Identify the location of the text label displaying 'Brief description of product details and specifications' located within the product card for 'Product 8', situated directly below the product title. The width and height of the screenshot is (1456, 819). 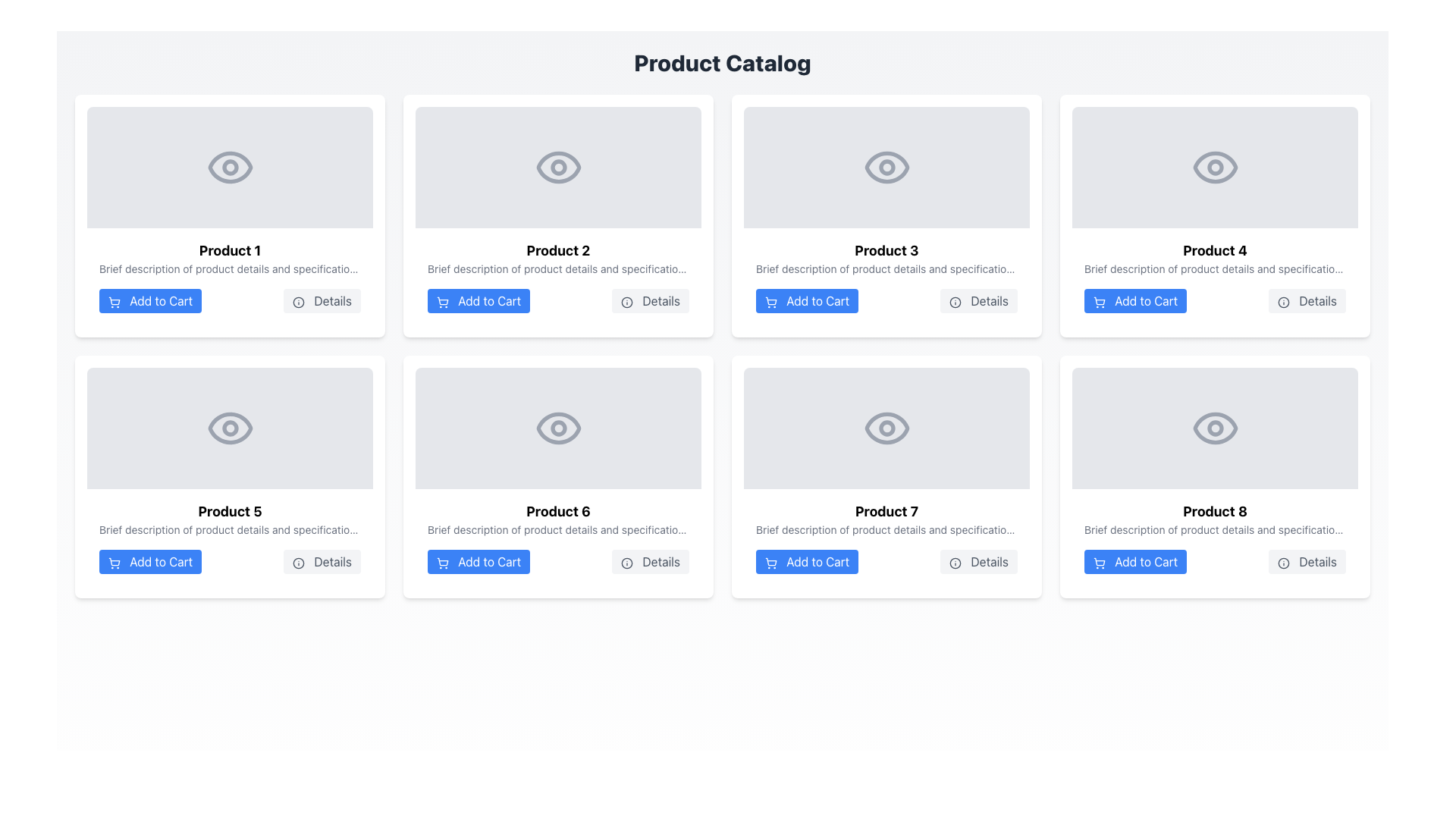
(1215, 529).